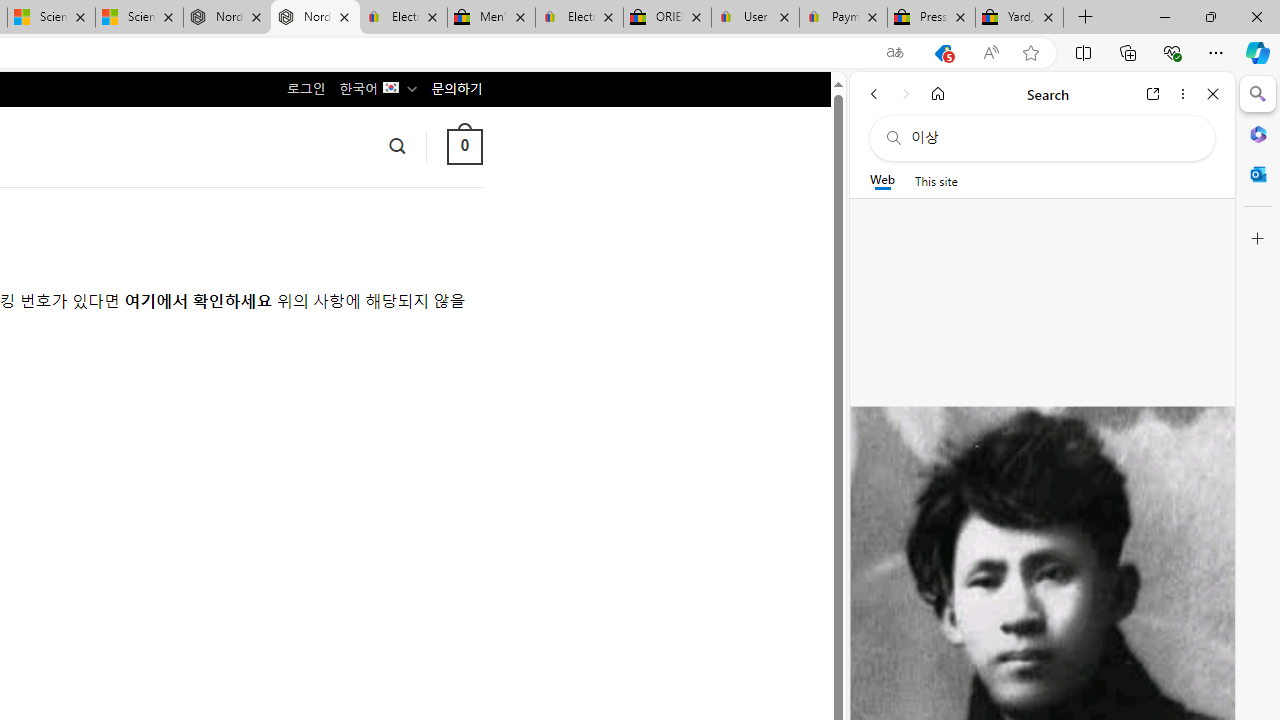  What do you see at coordinates (463, 145) in the screenshot?
I see `' 0 '` at bounding box center [463, 145].